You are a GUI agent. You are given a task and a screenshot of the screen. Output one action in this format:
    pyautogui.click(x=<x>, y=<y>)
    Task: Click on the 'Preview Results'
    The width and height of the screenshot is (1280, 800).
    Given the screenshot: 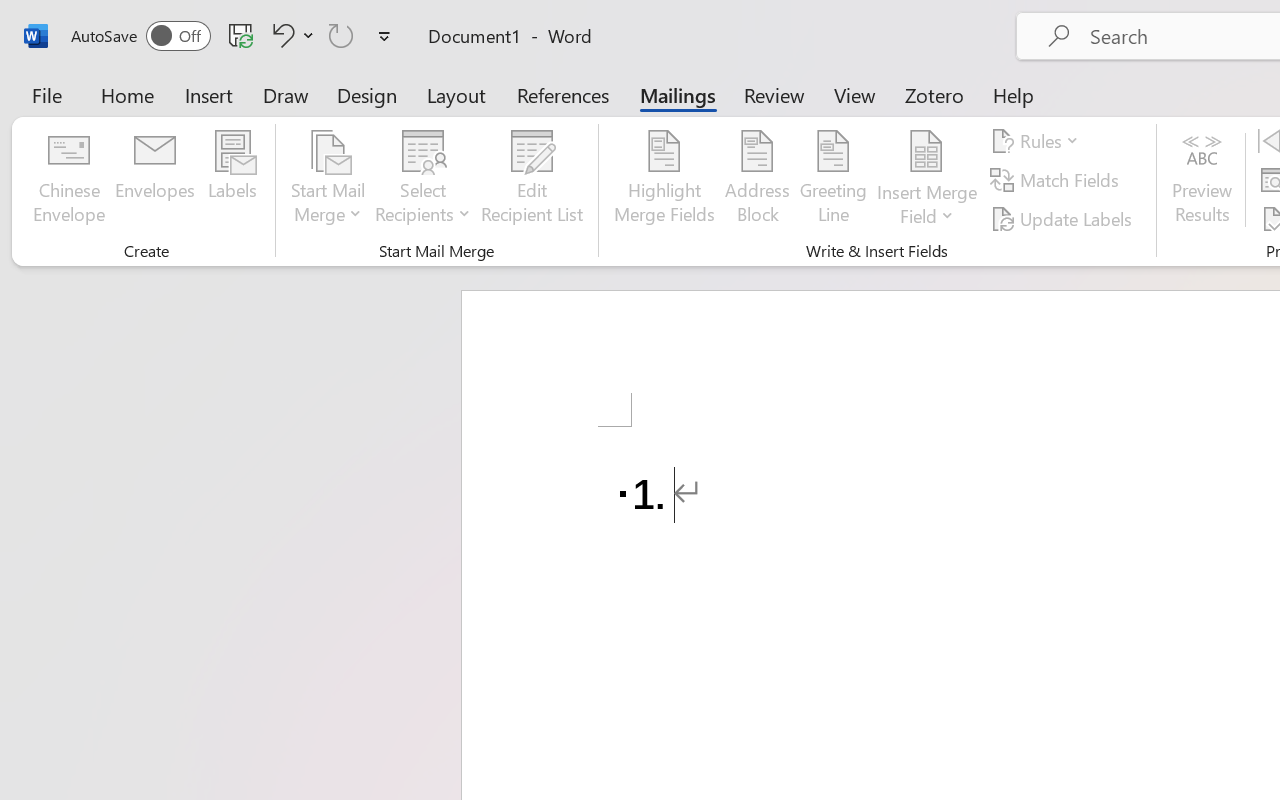 What is the action you would take?
    pyautogui.click(x=1201, y=179)
    